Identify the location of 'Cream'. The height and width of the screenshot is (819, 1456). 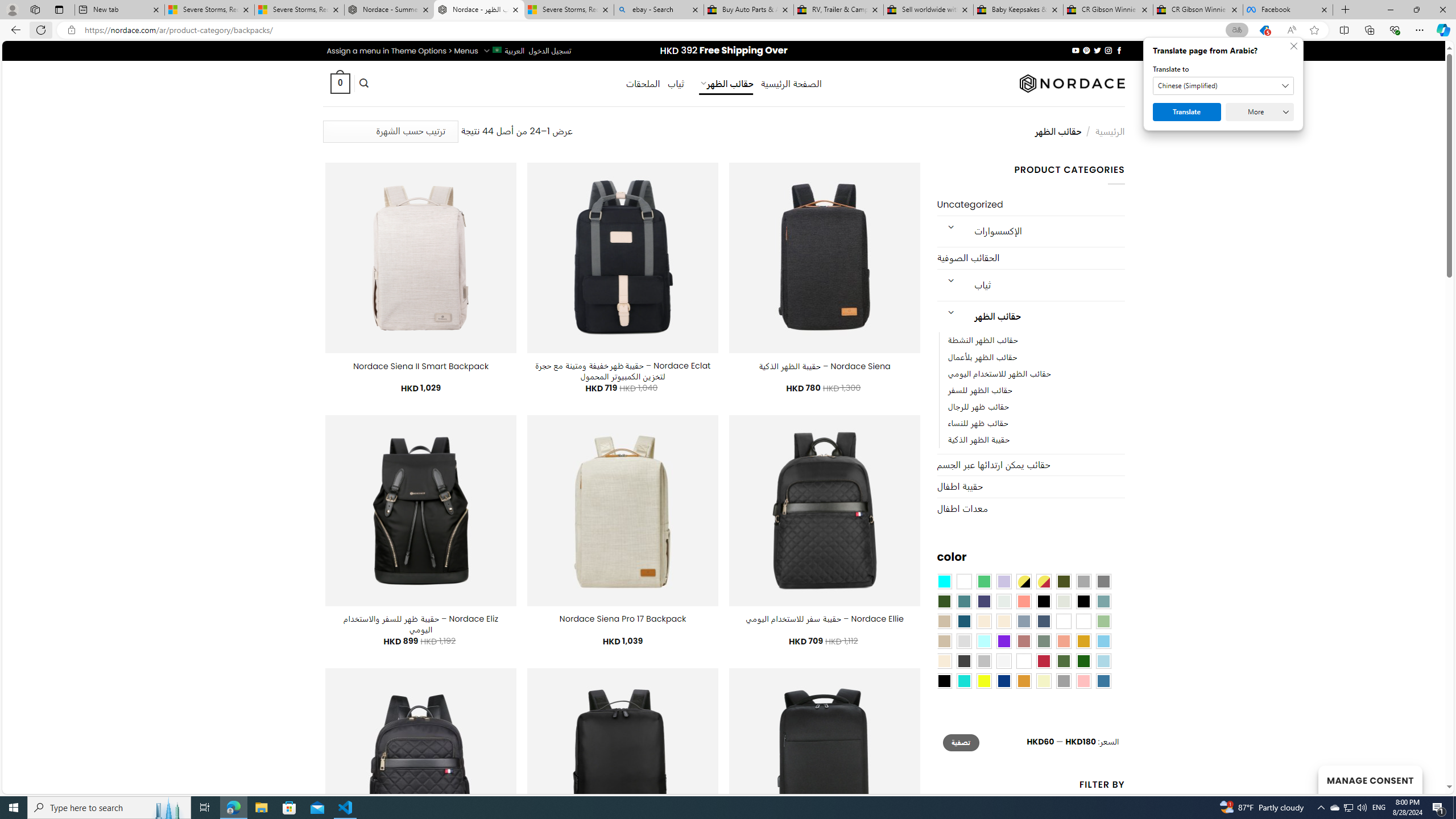
(1004, 621).